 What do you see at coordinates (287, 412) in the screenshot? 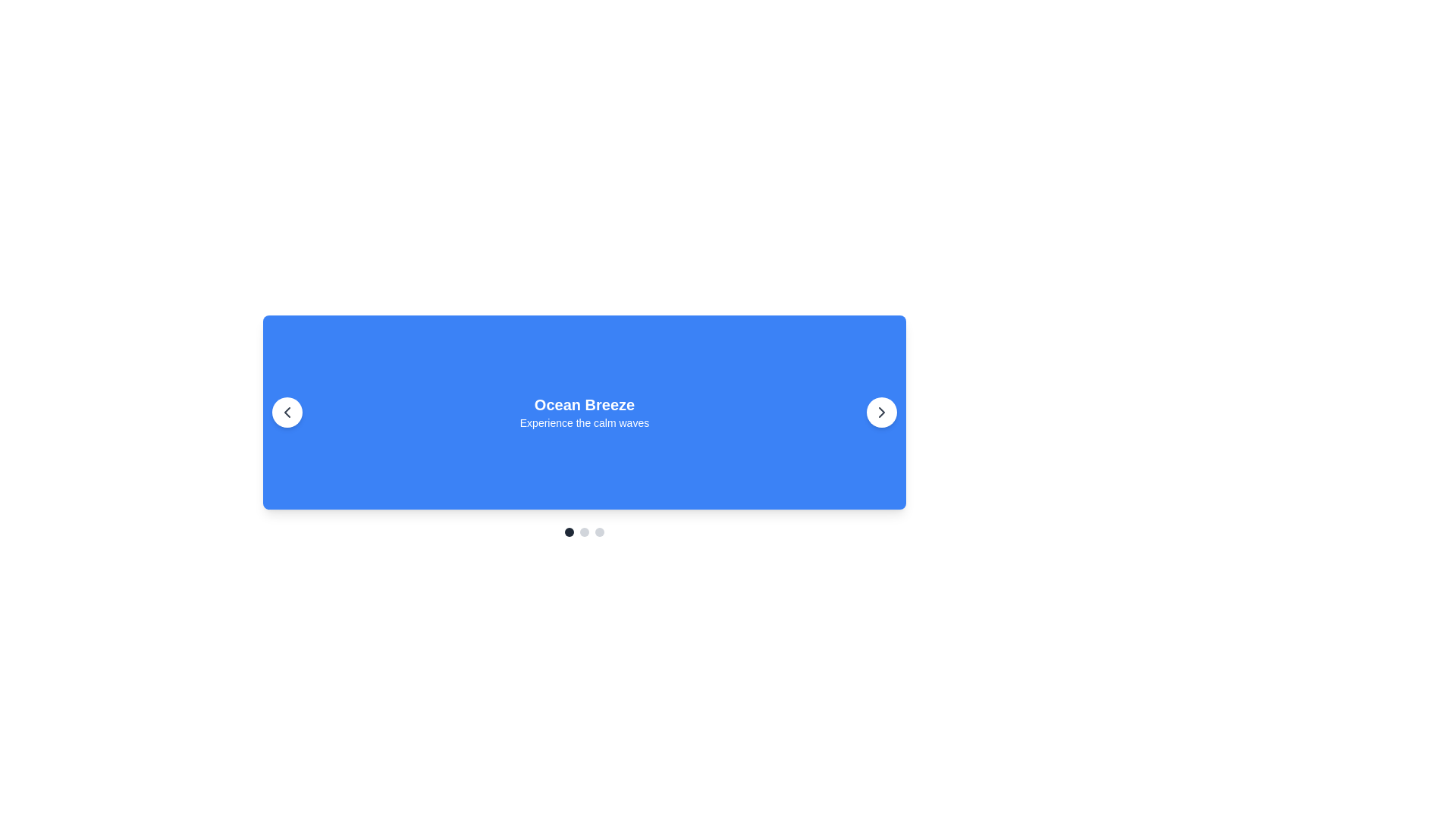
I see `the circular button with a white background and a black leftward arrow icon` at bounding box center [287, 412].